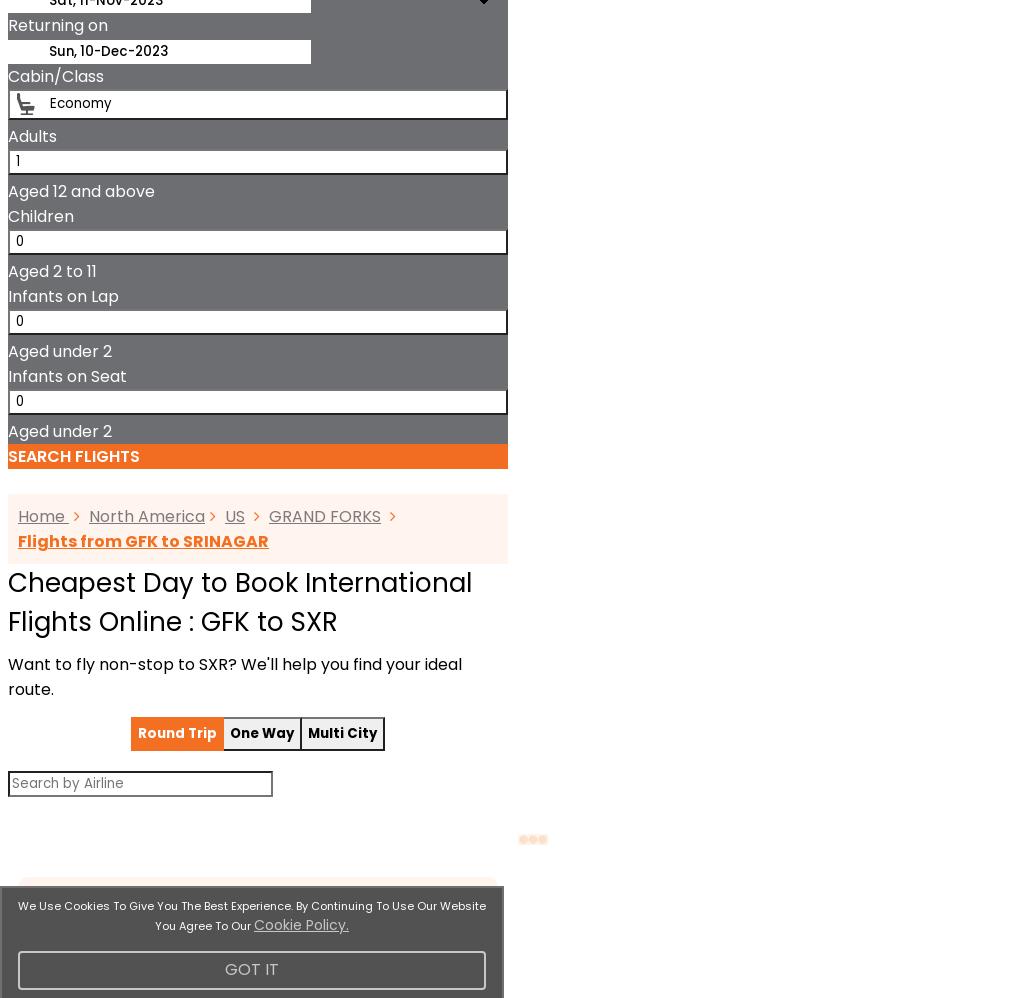 This screenshot has height=998, width=1018. Describe the element at coordinates (177, 733) in the screenshot. I see `'Round Trip'` at that location.